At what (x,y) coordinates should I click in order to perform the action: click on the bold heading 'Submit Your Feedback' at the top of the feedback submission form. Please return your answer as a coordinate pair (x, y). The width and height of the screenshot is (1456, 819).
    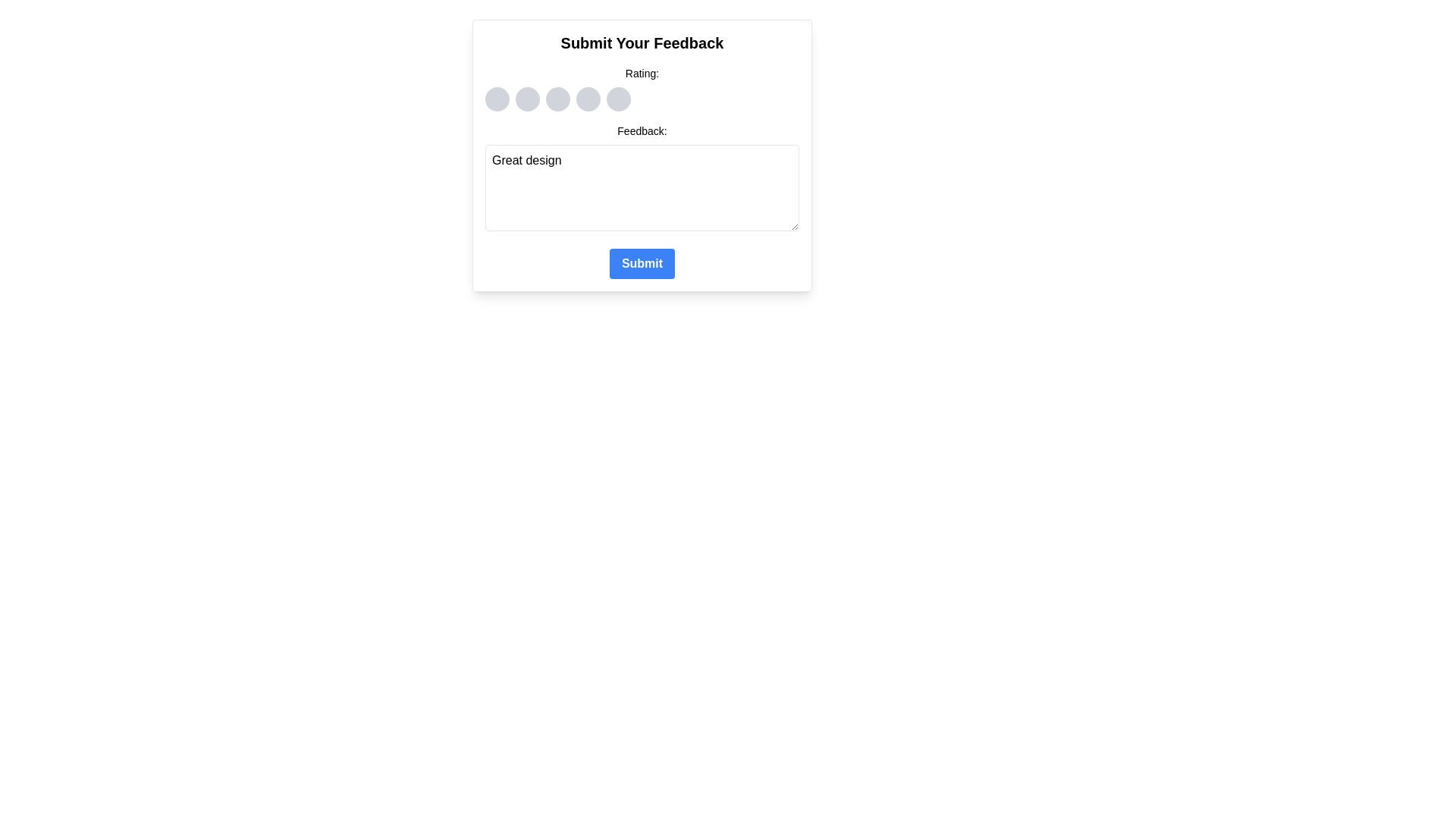
    Looking at the image, I should click on (642, 42).